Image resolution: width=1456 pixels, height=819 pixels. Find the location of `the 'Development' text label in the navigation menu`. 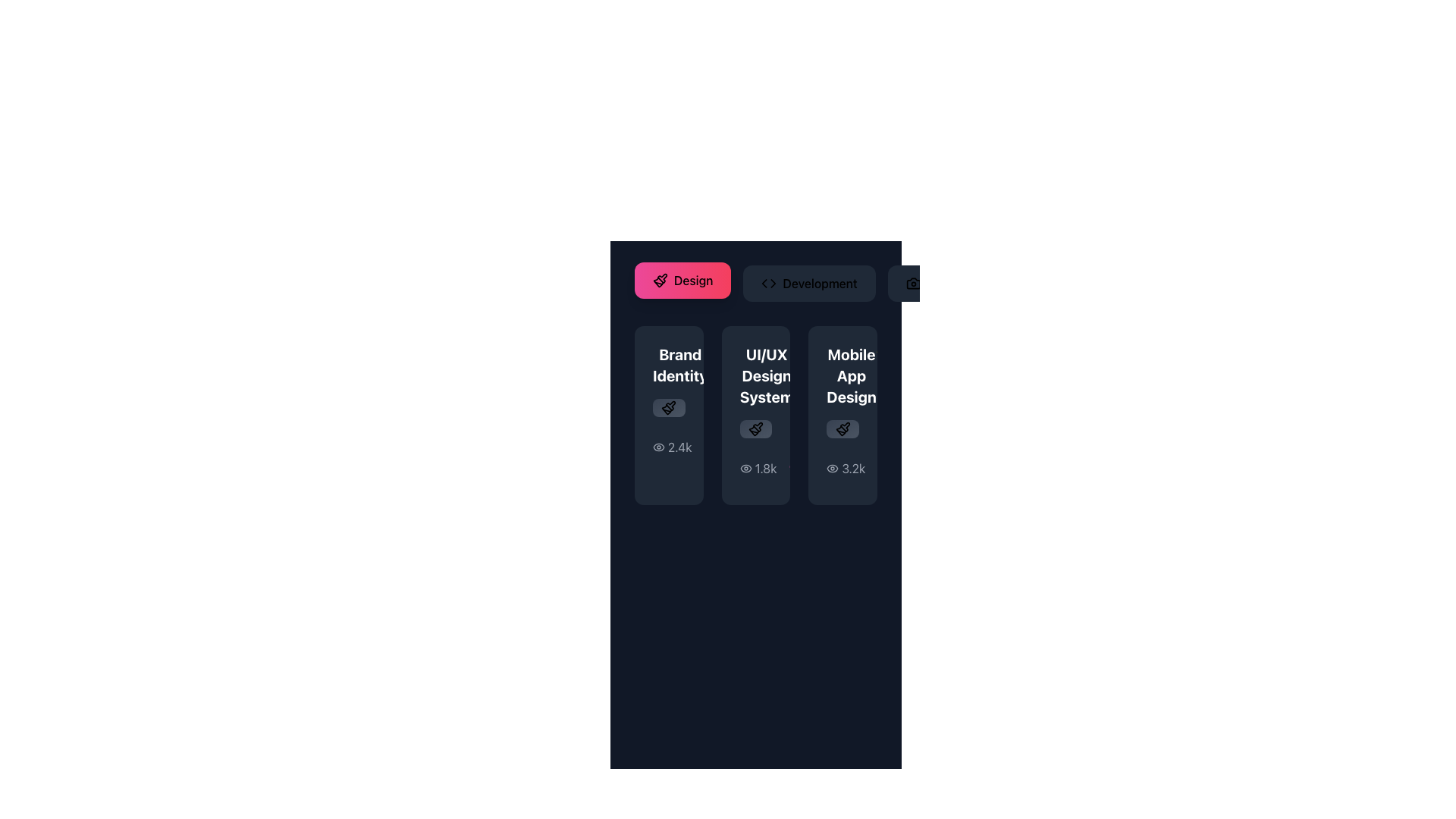

the 'Development' text label in the navigation menu is located at coordinates (819, 284).